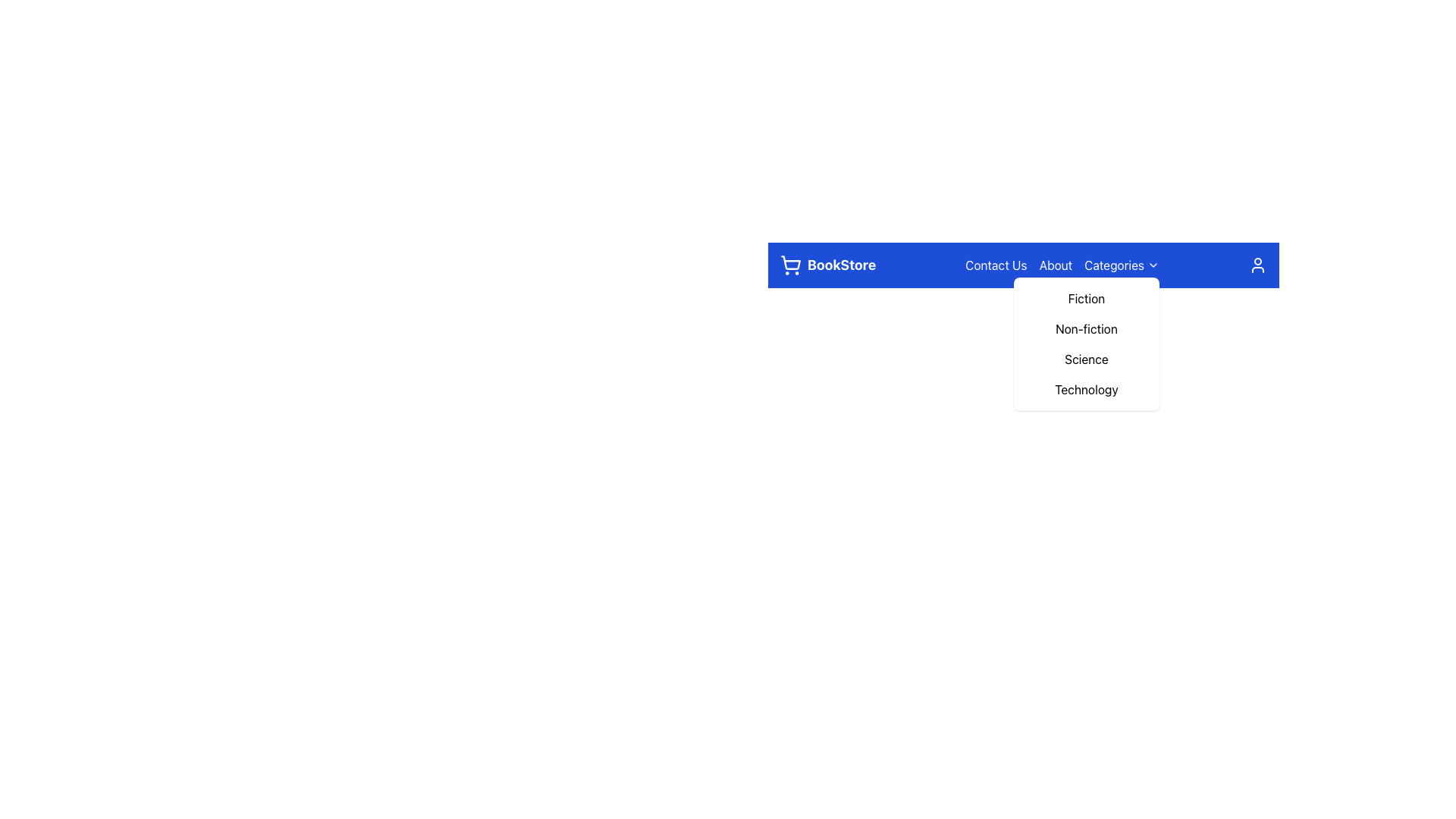 Image resolution: width=1456 pixels, height=819 pixels. Describe the element at coordinates (996, 265) in the screenshot. I see `the 'Contact Us' text link located immediately to the right of the 'BookStore' logo` at that location.